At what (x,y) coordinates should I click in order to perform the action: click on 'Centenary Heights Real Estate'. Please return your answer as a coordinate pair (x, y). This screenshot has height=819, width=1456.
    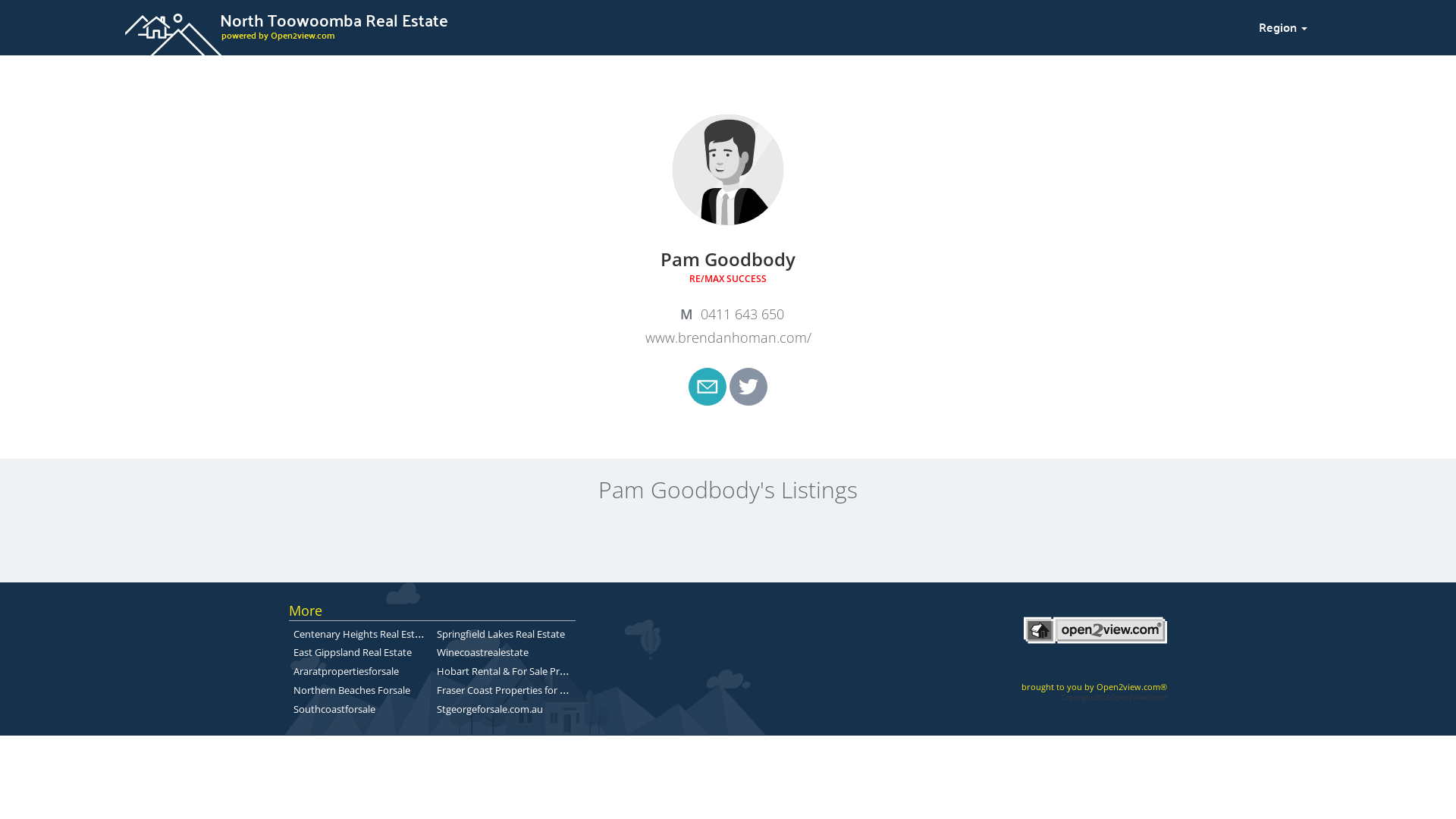
    Looking at the image, I should click on (360, 632).